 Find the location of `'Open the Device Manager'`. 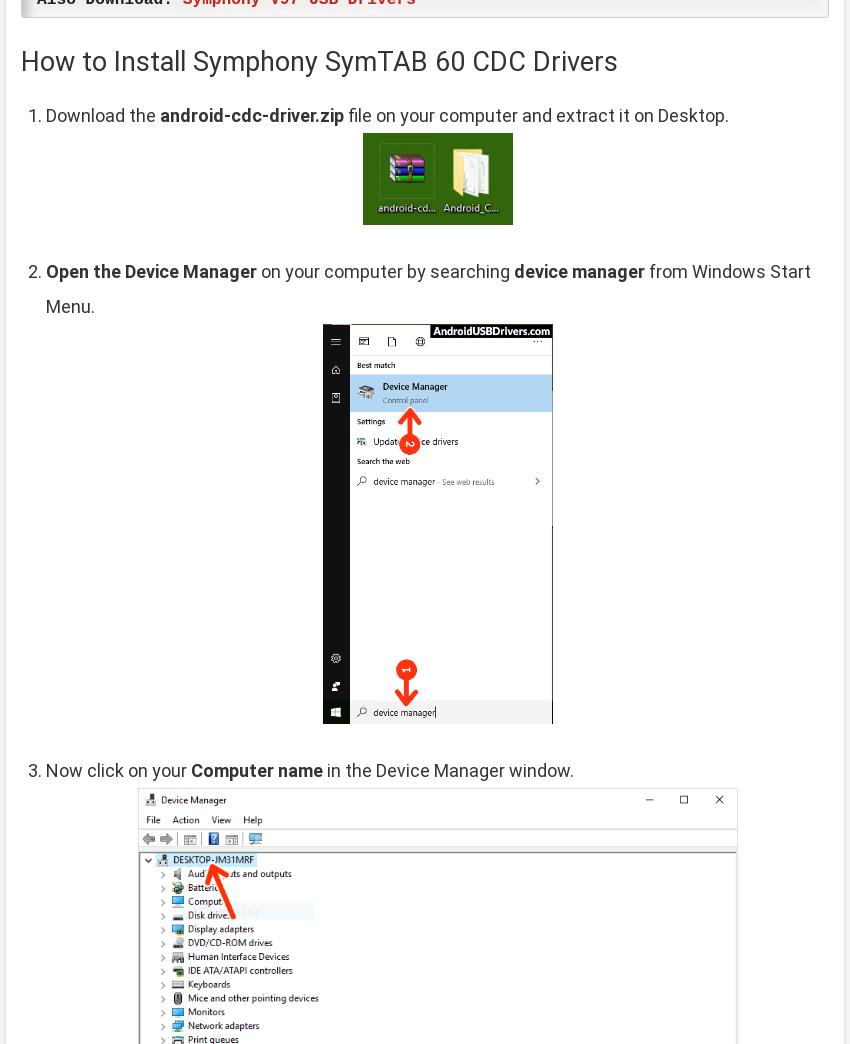

'Open the Device Manager' is located at coordinates (151, 270).